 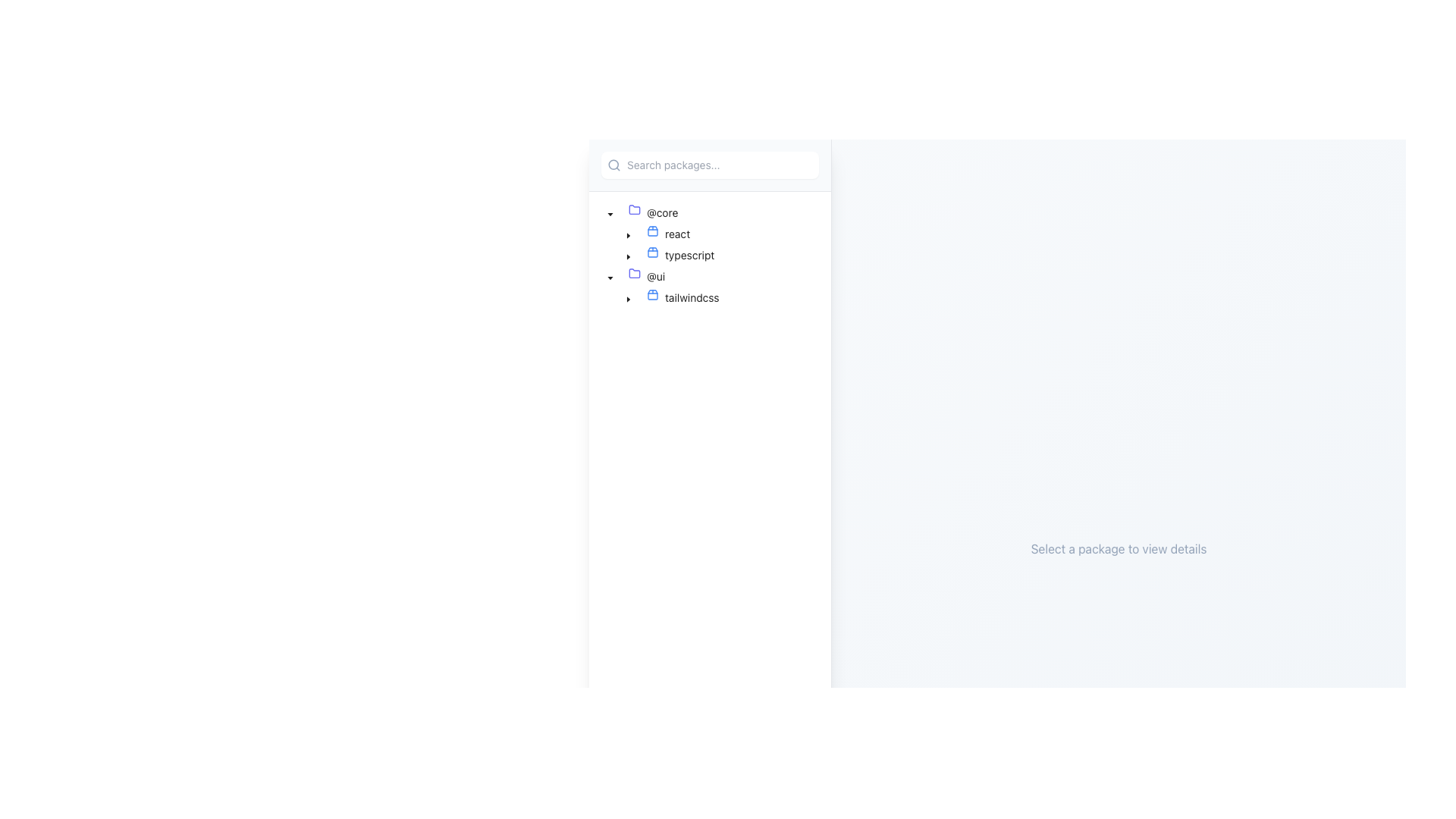 What do you see at coordinates (634, 271) in the screenshot?
I see `the folder icon representing the '@ui' category, which is the first icon in the second folder group labeled '@ui'` at bounding box center [634, 271].